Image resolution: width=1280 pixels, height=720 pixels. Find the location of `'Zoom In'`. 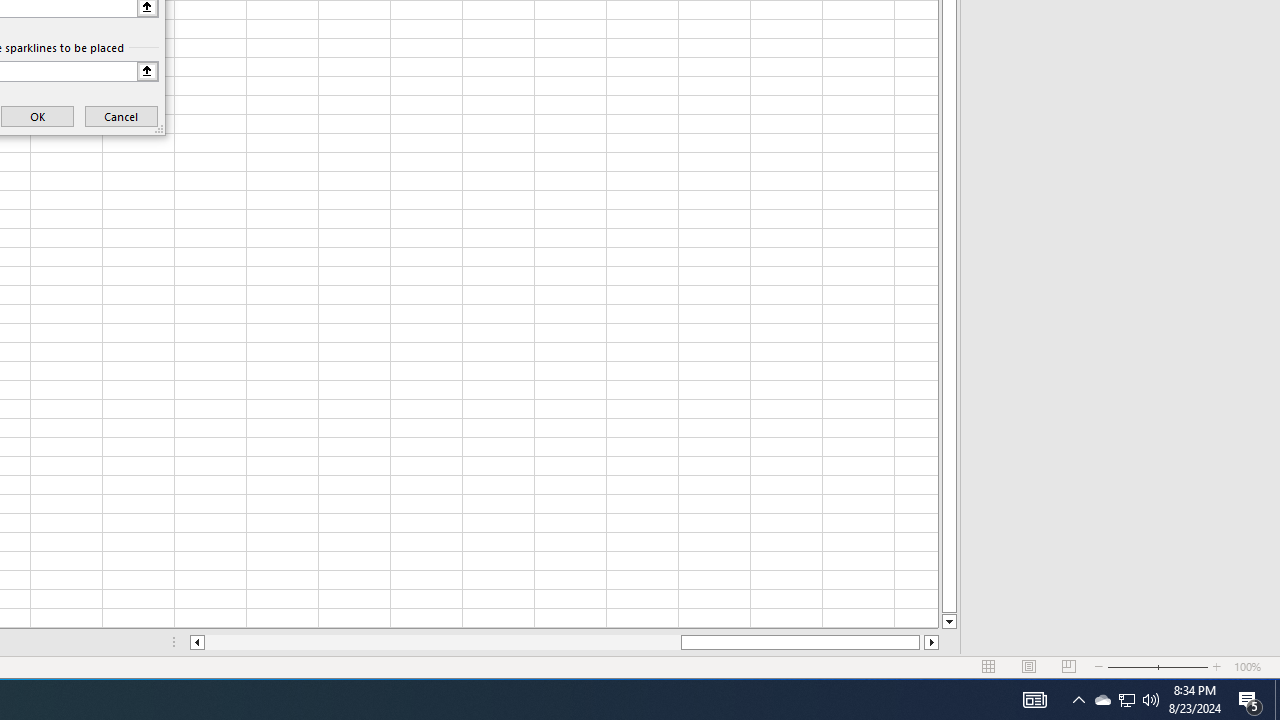

'Zoom In' is located at coordinates (1216, 667).